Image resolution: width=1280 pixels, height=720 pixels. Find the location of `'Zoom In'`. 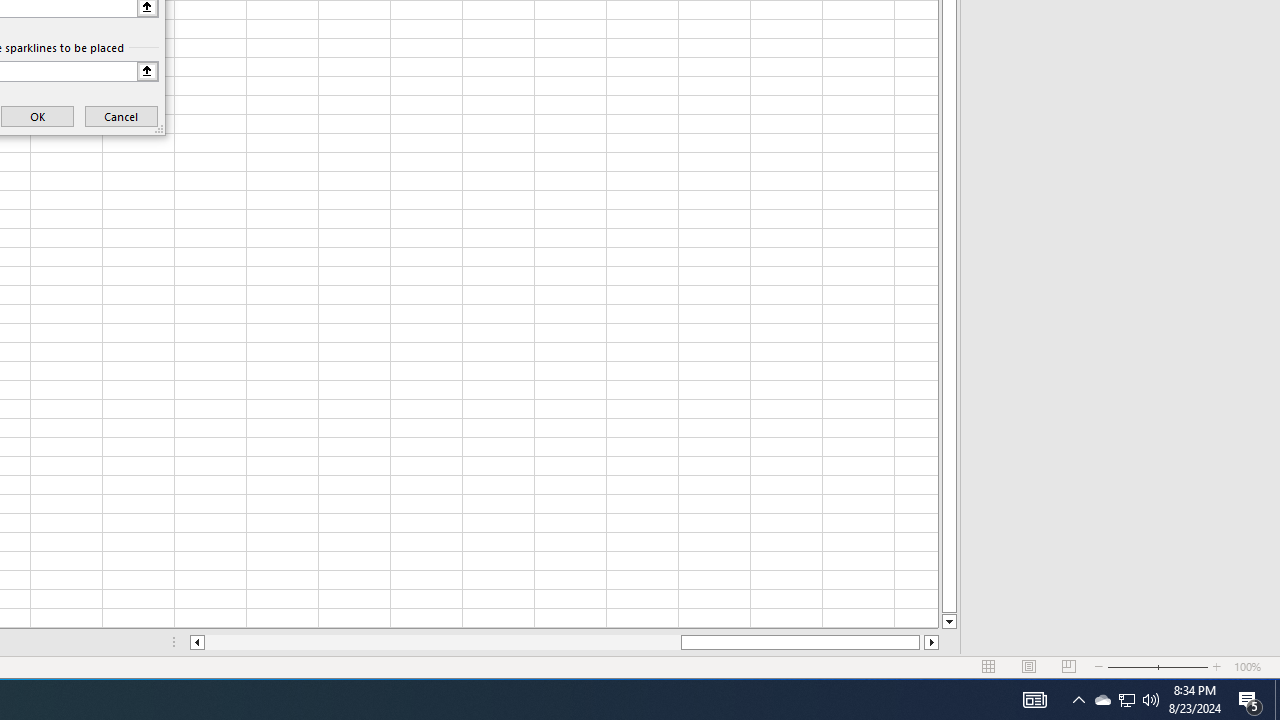

'Zoom In' is located at coordinates (1216, 667).